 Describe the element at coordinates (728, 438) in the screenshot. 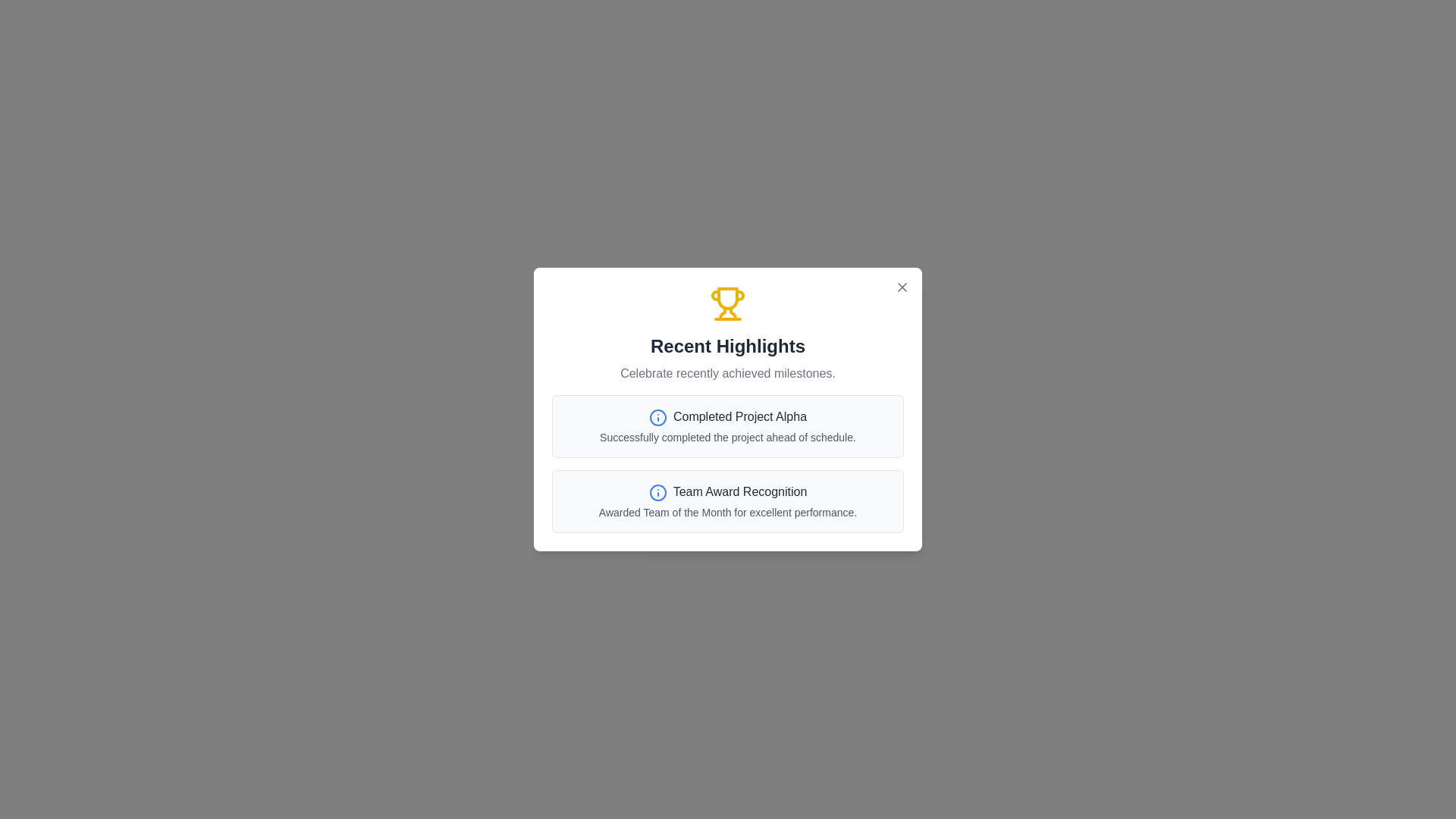

I see `the text element that reads 'Successfully completed the project ahead of schedule.' which is located below the title 'Completed Project Alpha' in the dialog box titled 'Recent Highlights'` at that location.